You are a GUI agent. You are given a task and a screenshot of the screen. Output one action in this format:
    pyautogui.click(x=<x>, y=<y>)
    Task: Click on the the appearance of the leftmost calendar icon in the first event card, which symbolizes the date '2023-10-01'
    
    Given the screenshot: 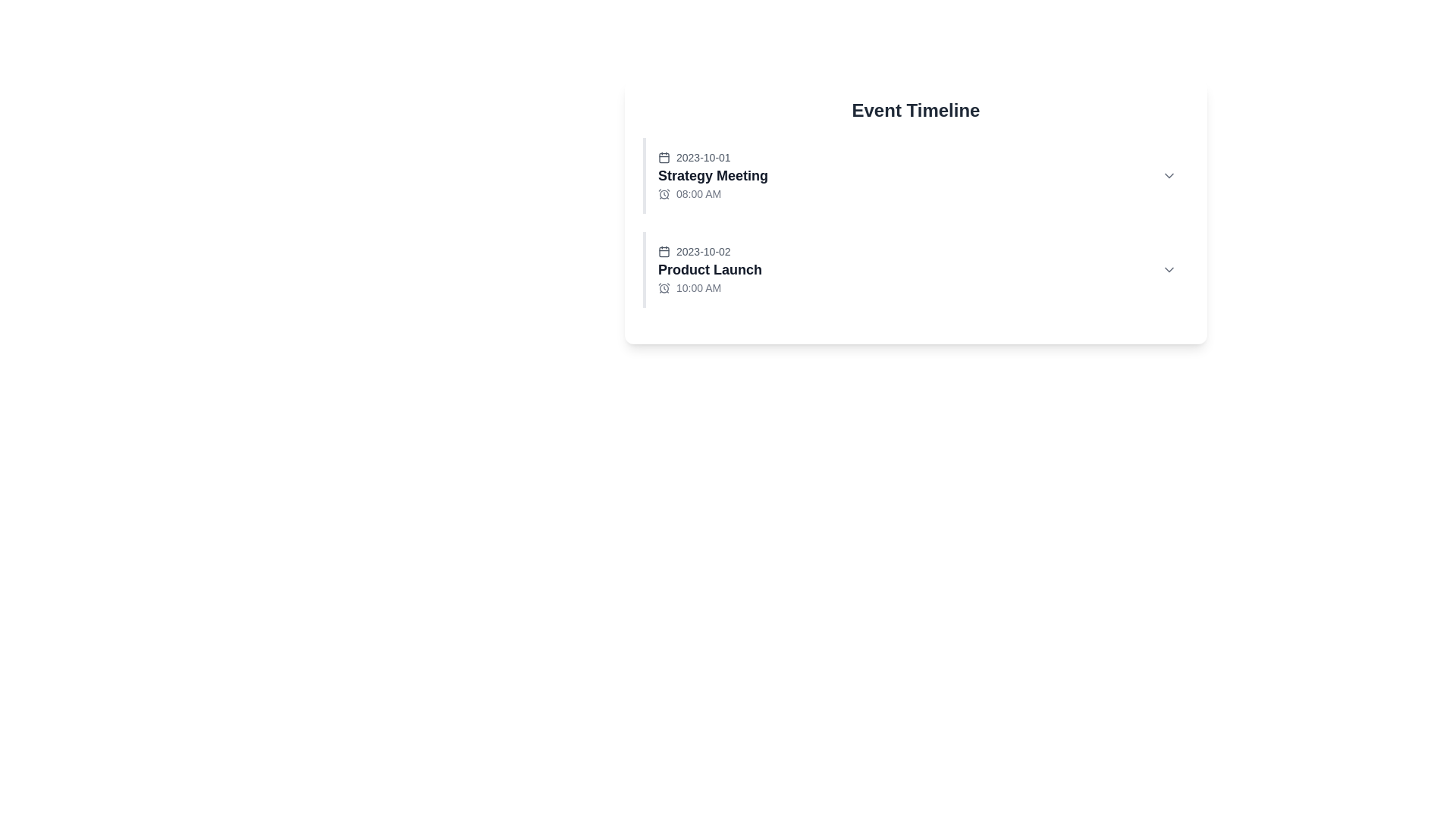 What is the action you would take?
    pyautogui.click(x=664, y=158)
    